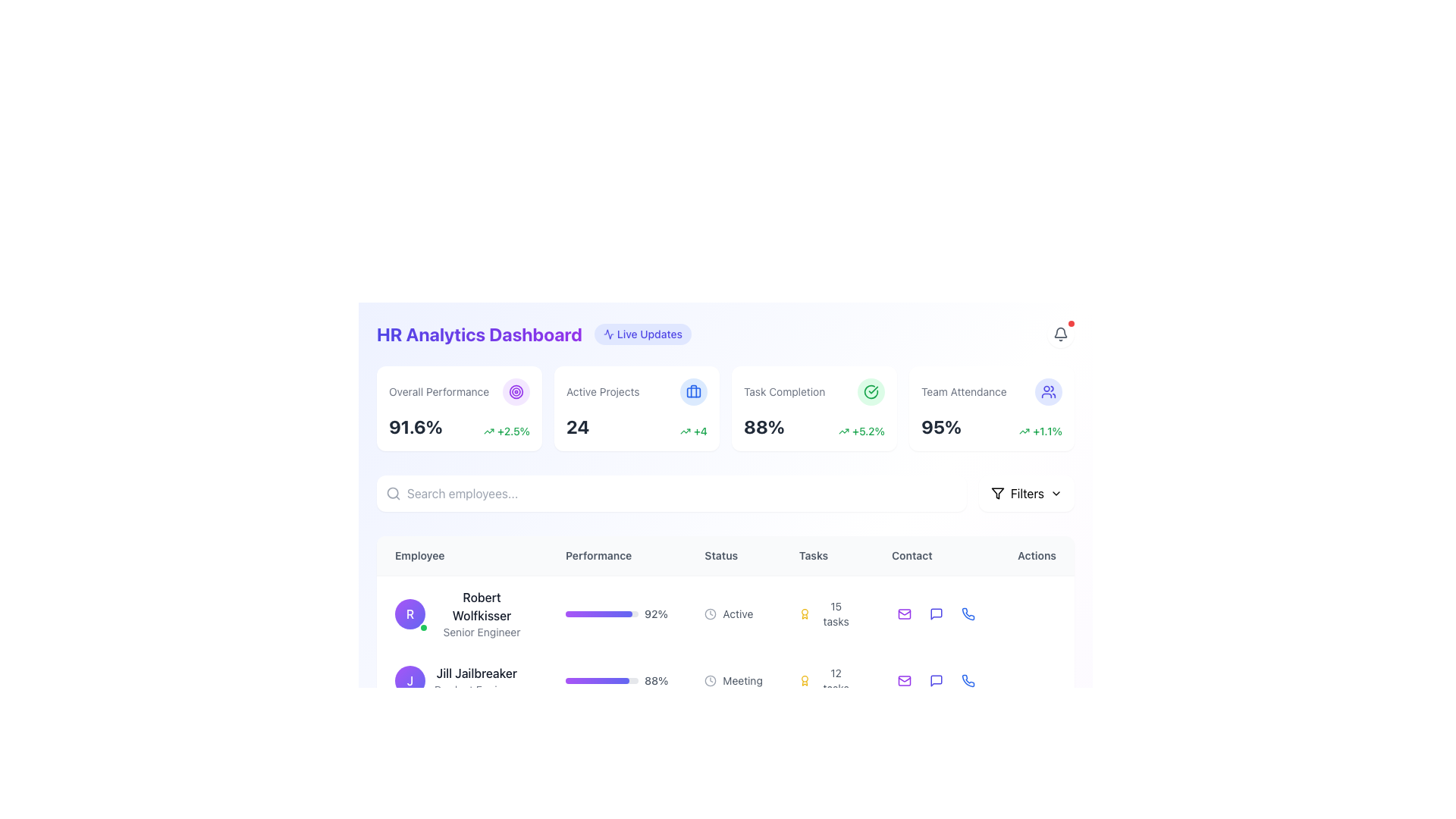 This screenshot has height=819, width=1456. I want to click on progress bar that visually represents the performance metric of the employee 'Robert Wolfkisser' in the Performance column of the dashboard, so click(598, 614).